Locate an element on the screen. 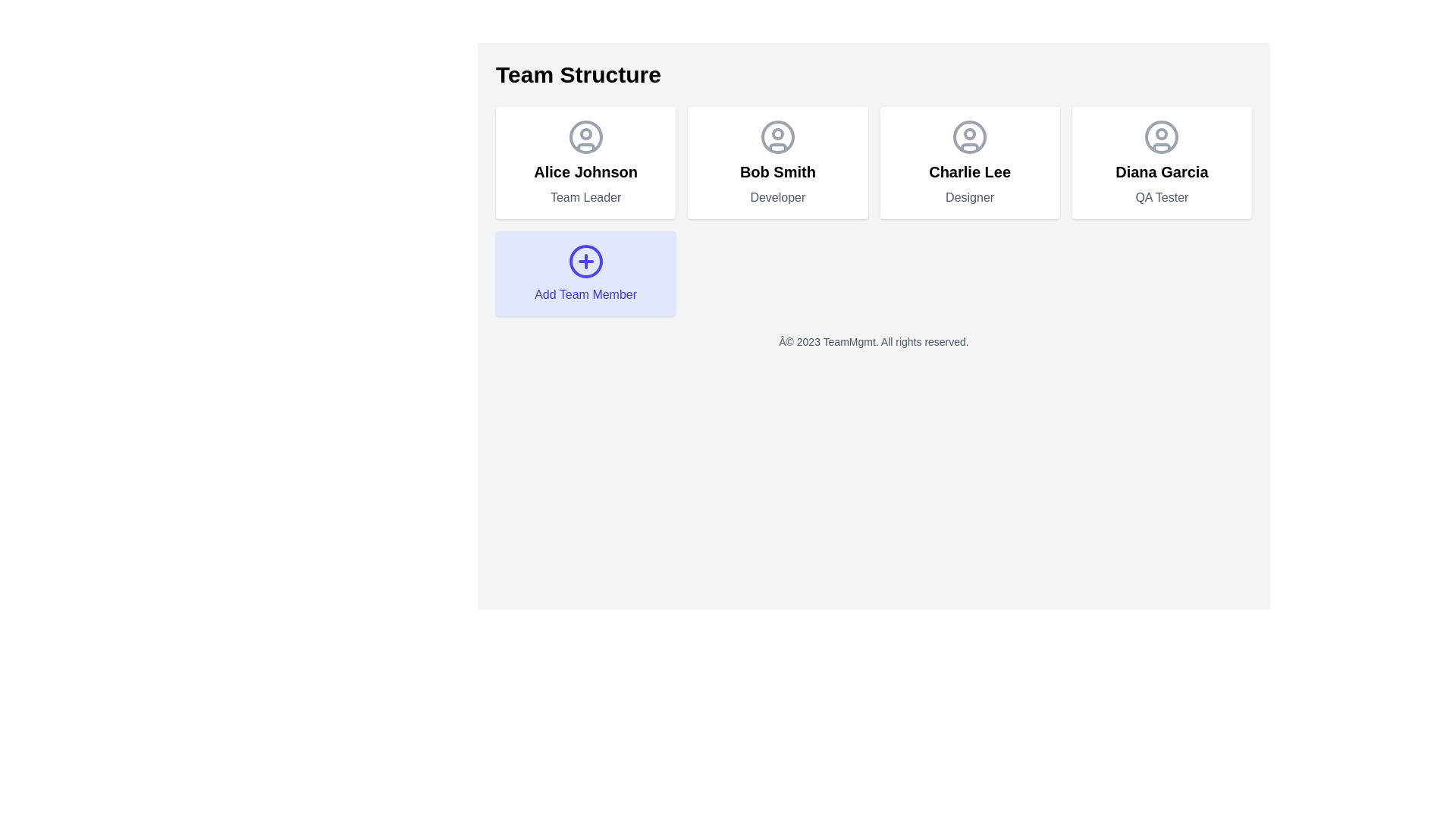  the second informational card component that provides an overview of the individual, including their name and role, situated between 'Alice Johnson' and 'Charlie Lee' in the grid layout is located at coordinates (777, 163).